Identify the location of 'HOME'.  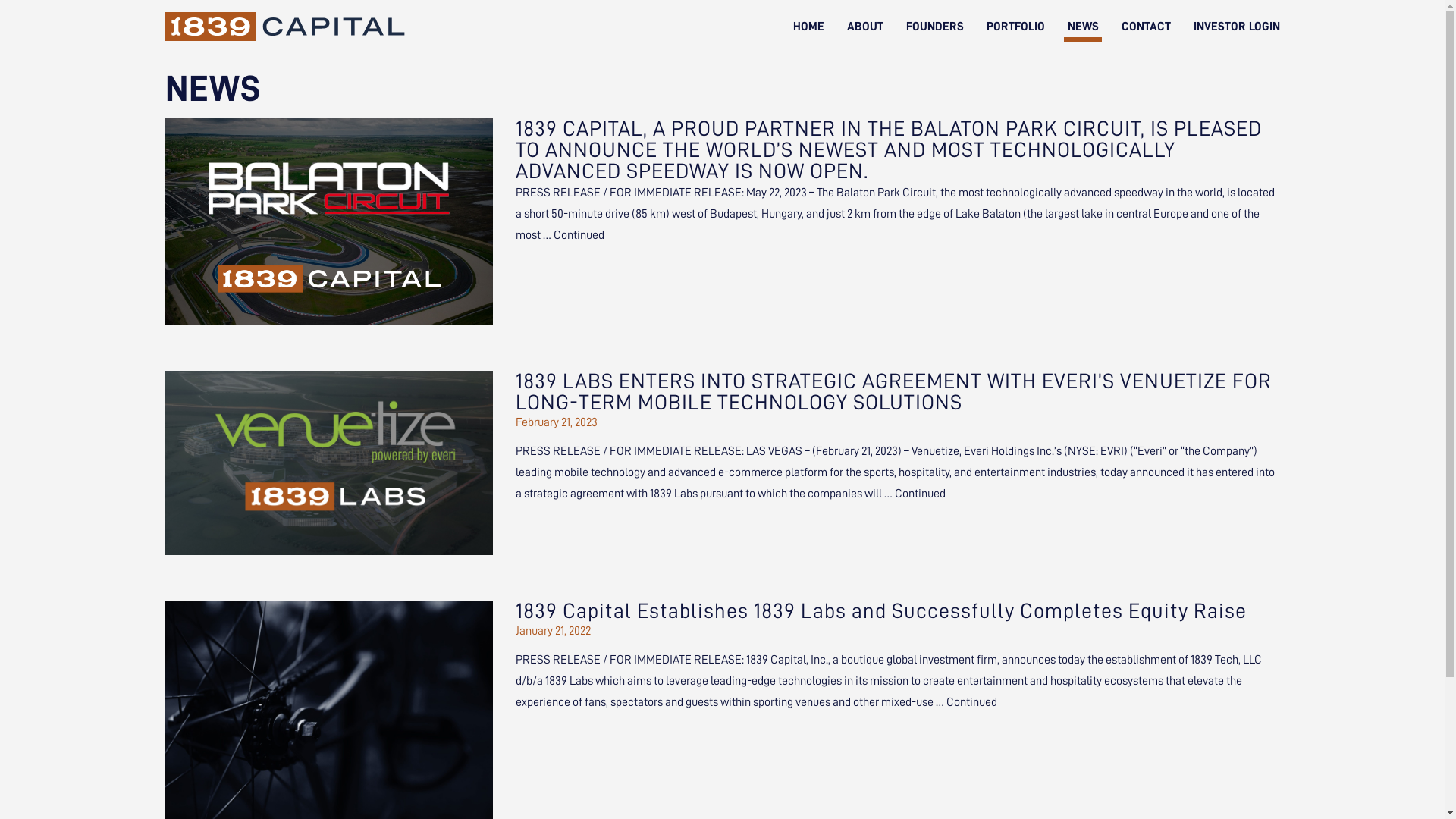
(808, 26).